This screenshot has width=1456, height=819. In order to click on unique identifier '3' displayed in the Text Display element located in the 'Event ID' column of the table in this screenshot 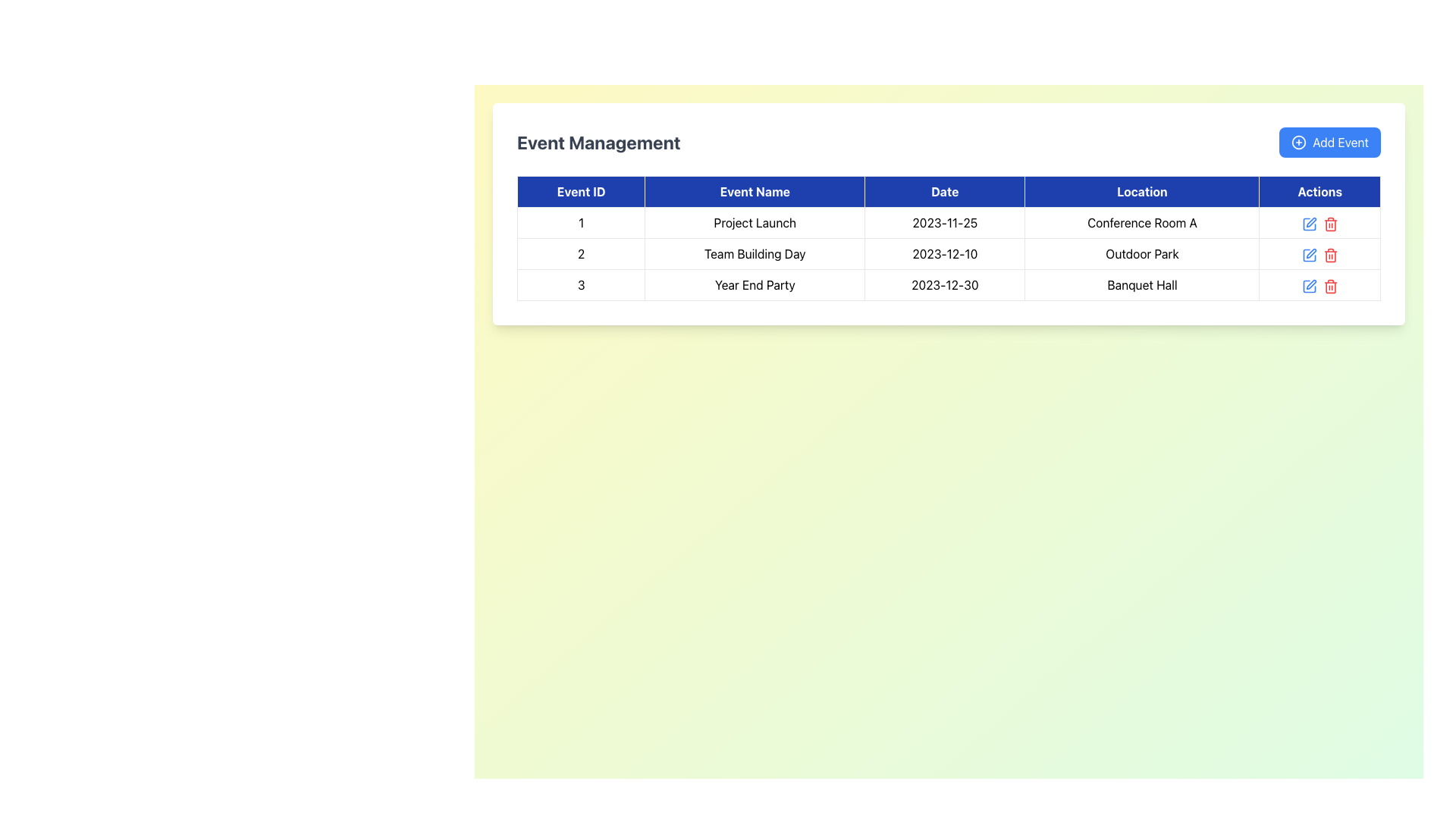, I will do `click(580, 284)`.